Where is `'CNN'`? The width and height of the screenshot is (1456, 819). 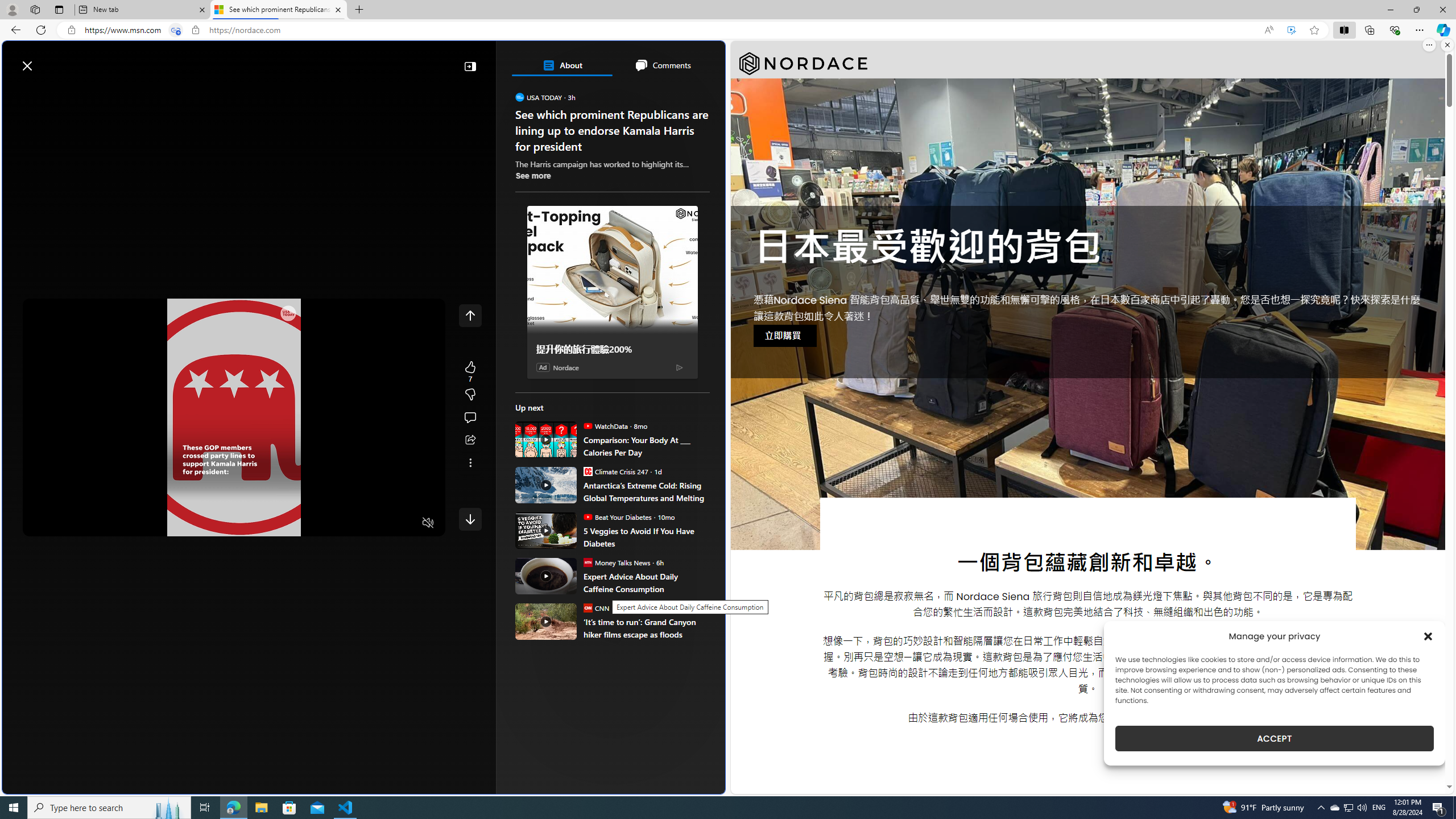 'CNN' is located at coordinates (586, 607).